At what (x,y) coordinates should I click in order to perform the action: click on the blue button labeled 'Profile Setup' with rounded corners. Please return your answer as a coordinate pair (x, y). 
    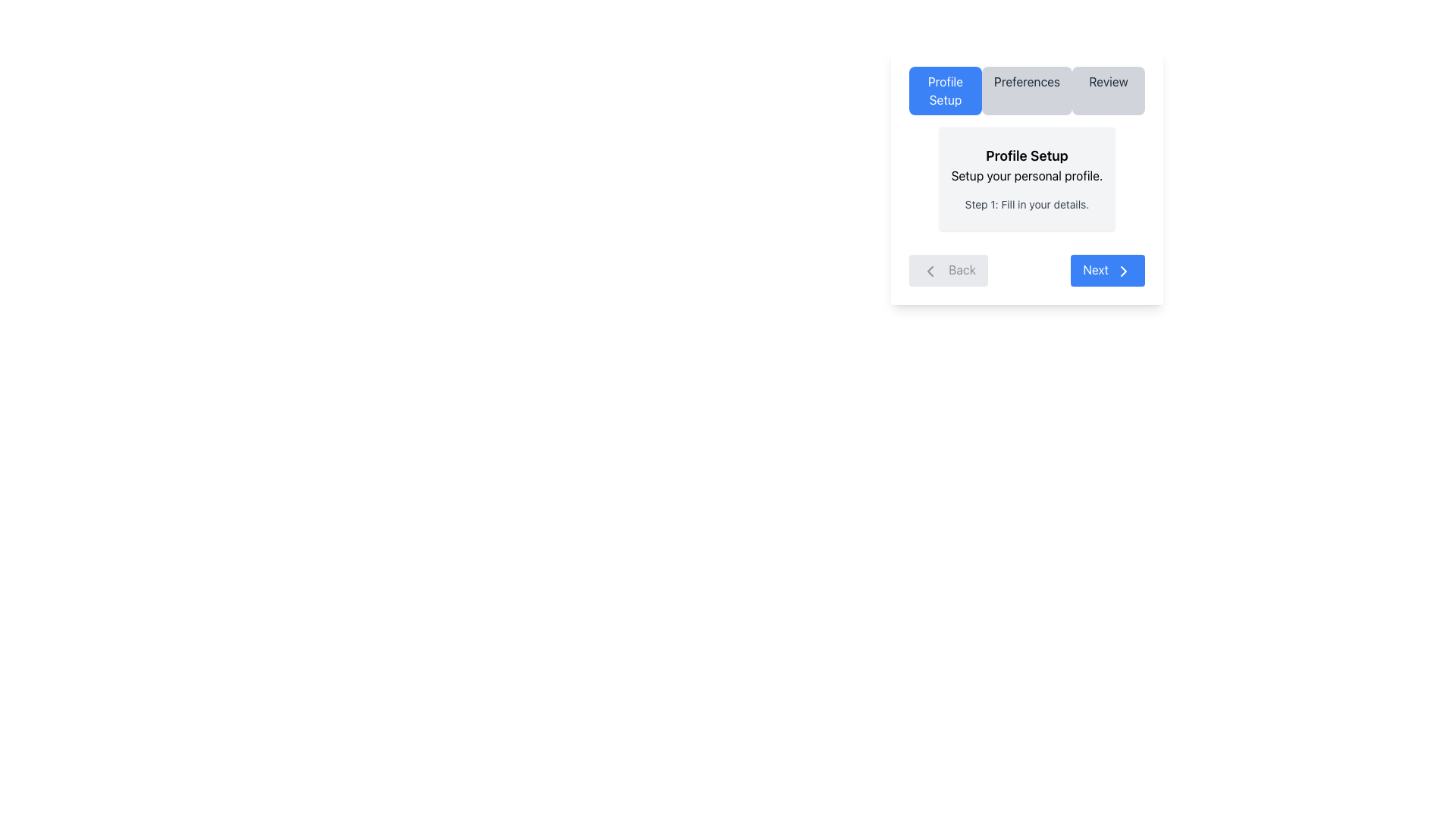
    Looking at the image, I should click on (945, 90).